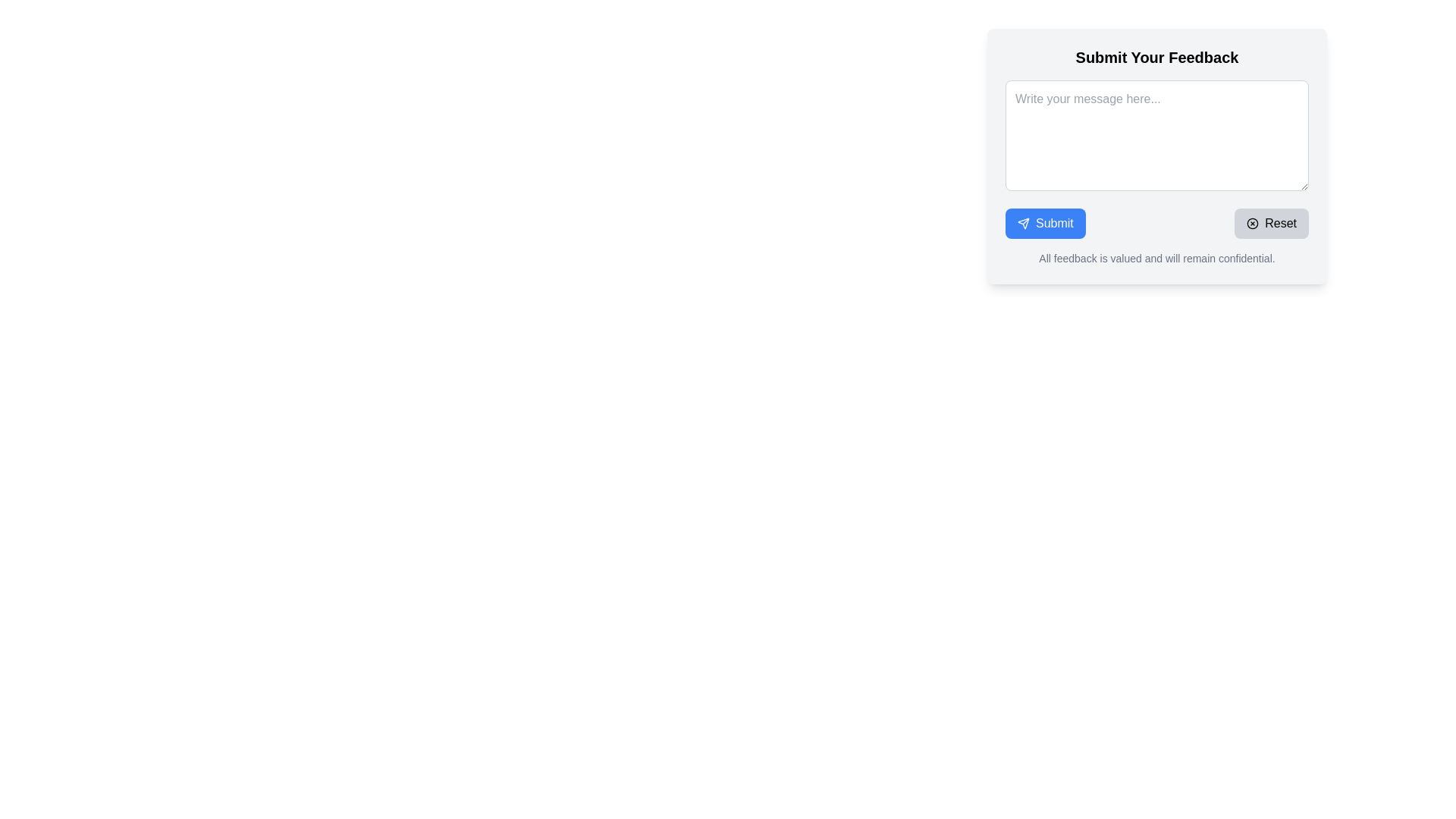 This screenshot has height=819, width=1456. Describe the element at coordinates (1023, 223) in the screenshot. I see `the small paper airplane icon located at the left corner of the blue 'Submit' button in the feedback form` at that location.